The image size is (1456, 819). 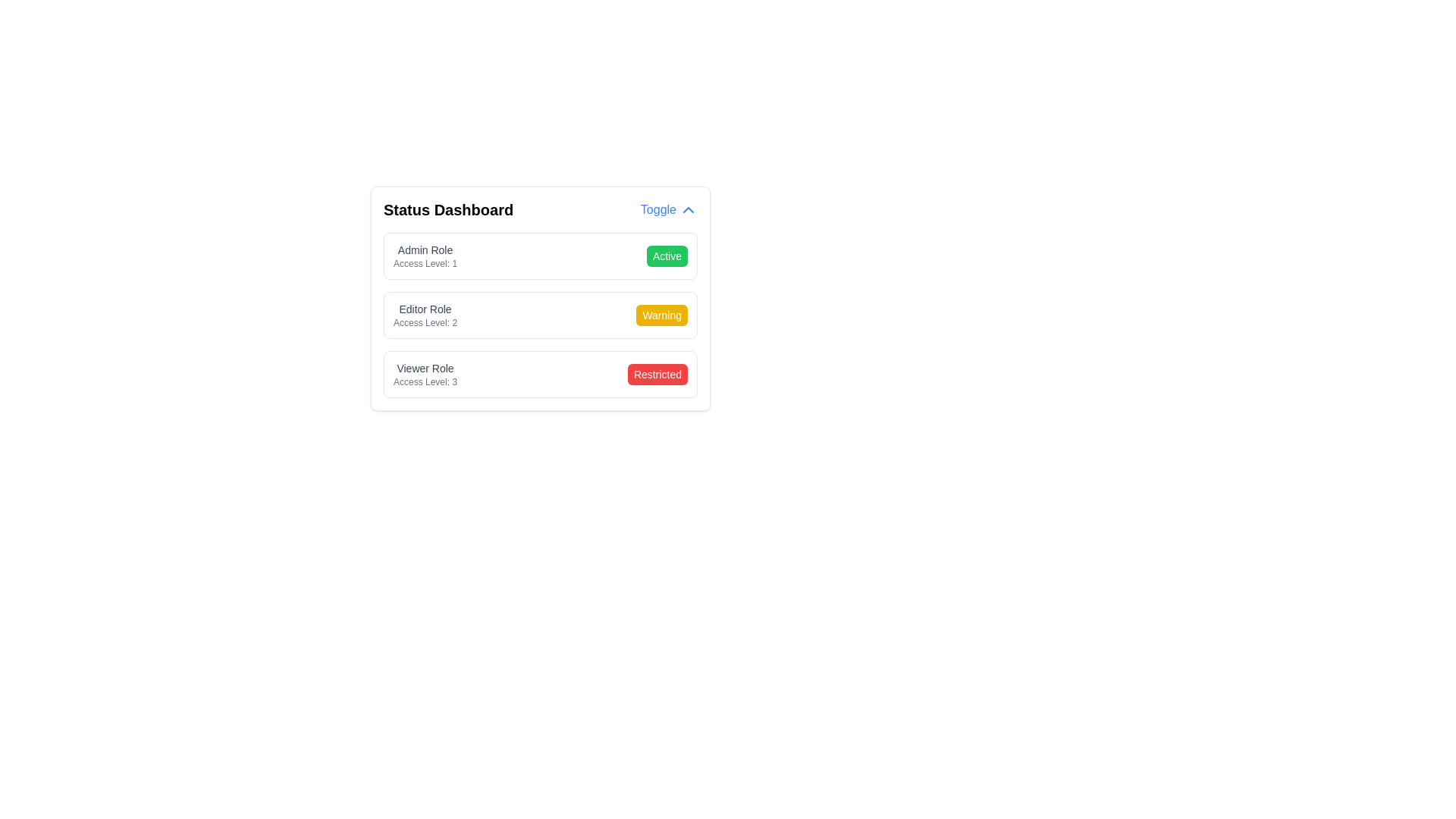 I want to click on the status indicator tag for the 'Admin Role' that indicates an active status, located to the right of the text 'Admin Role' and aligned with 'Access Level: 1', so click(x=667, y=256).